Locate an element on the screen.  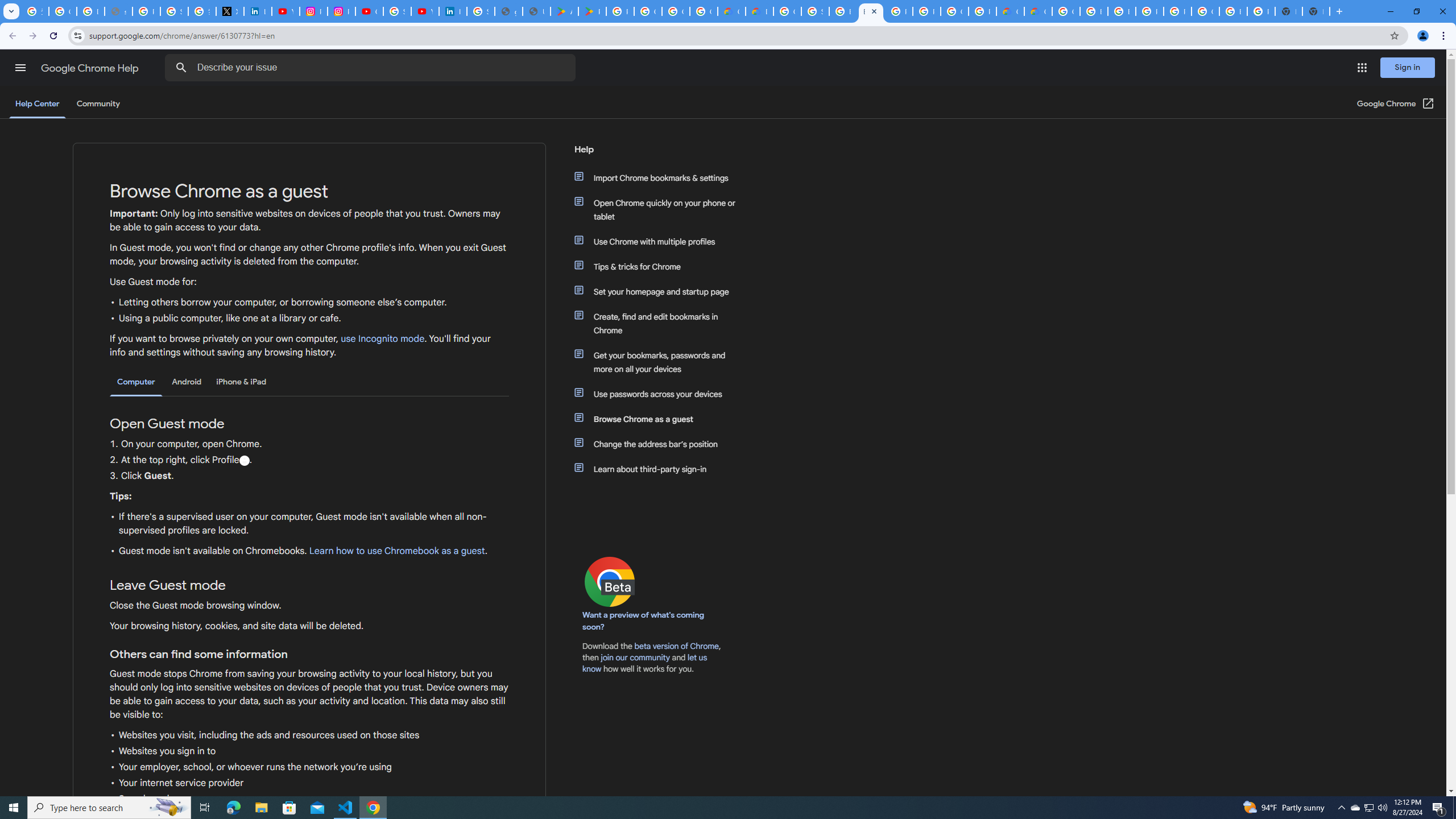
'YouTube Content Monetization Policies - How YouTube Works' is located at coordinates (285, 11).